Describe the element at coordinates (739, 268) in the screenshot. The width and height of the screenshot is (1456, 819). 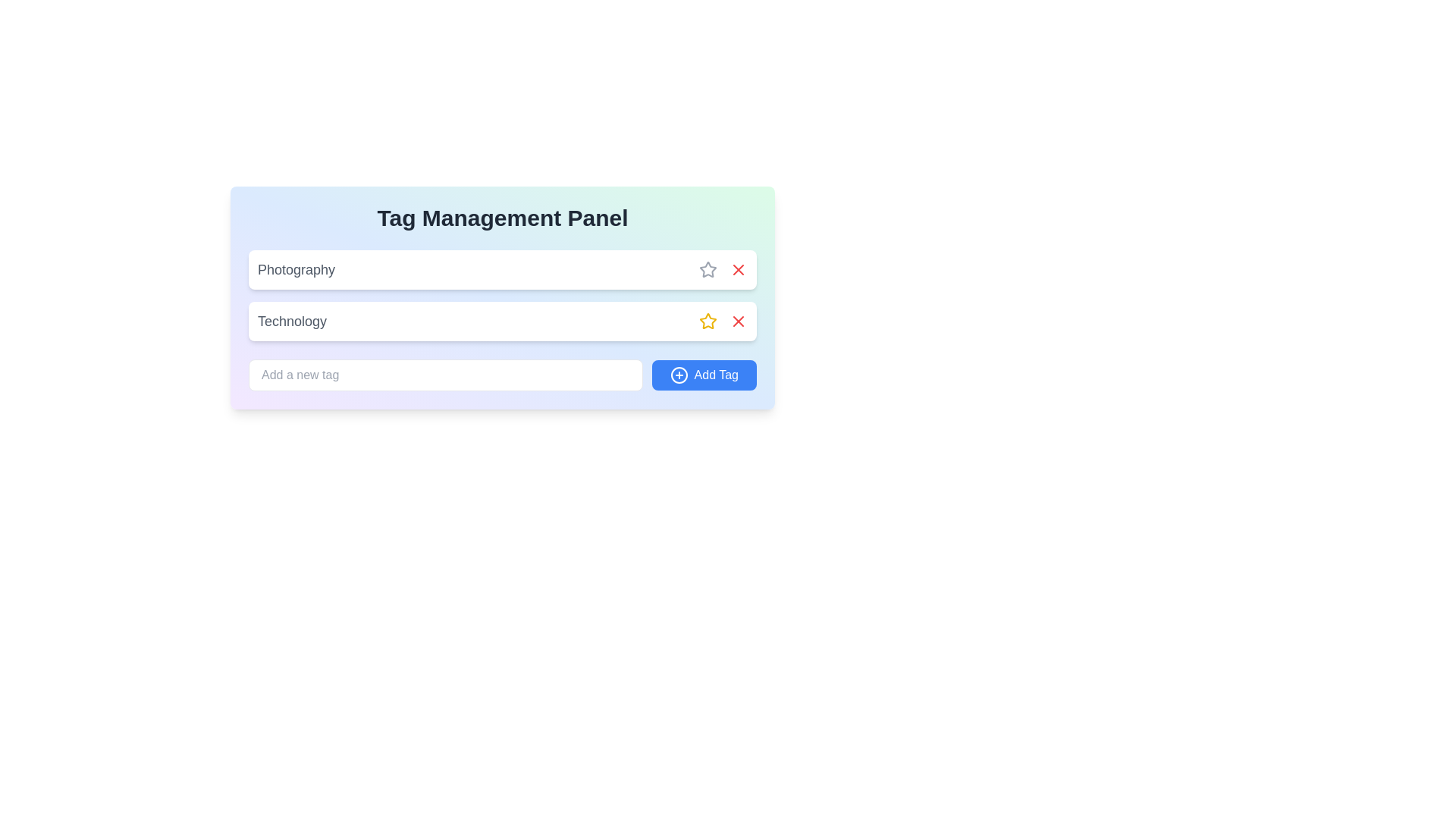
I see `the icon that allows users to remove the 'Photography' tag from the tag list, located in the top right corner of the first row of tags` at that location.